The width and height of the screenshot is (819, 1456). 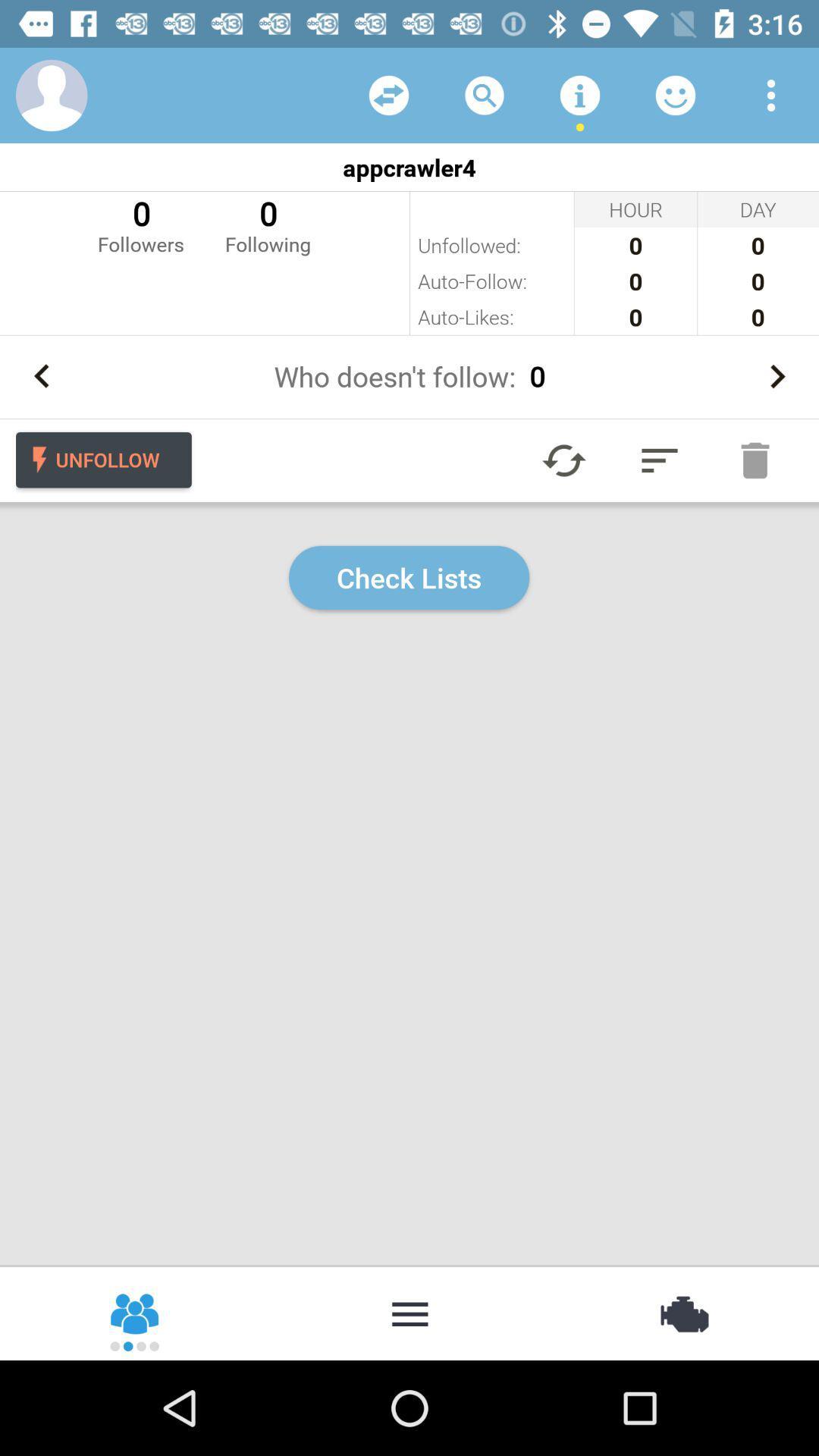 What do you see at coordinates (682, 1312) in the screenshot?
I see `settings` at bounding box center [682, 1312].